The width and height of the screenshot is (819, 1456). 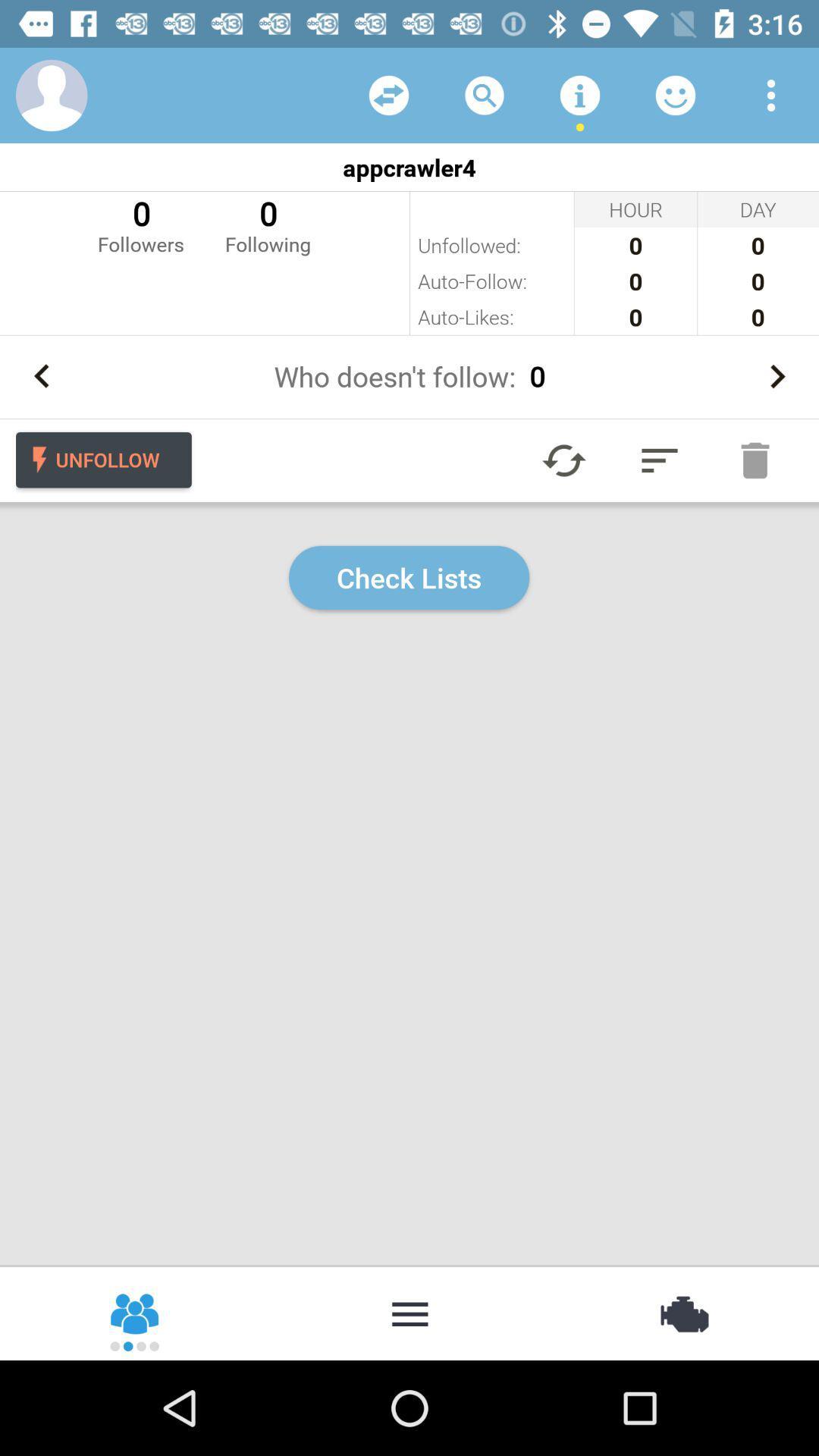 What do you see at coordinates (682, 1312) in the screenshot?
I see `settings` at bounding box center [682, 1312].